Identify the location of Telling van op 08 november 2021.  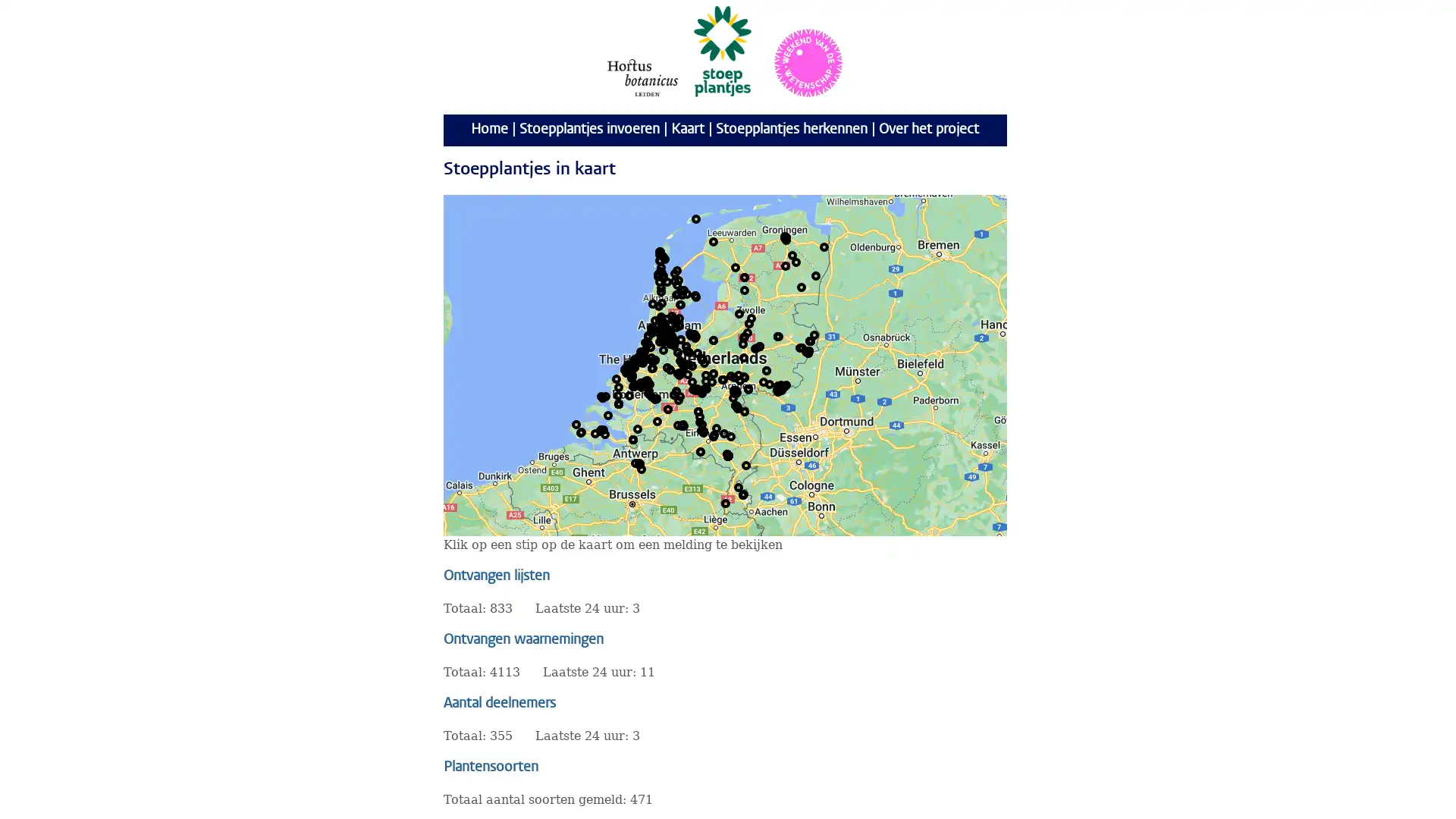
(667, 281).